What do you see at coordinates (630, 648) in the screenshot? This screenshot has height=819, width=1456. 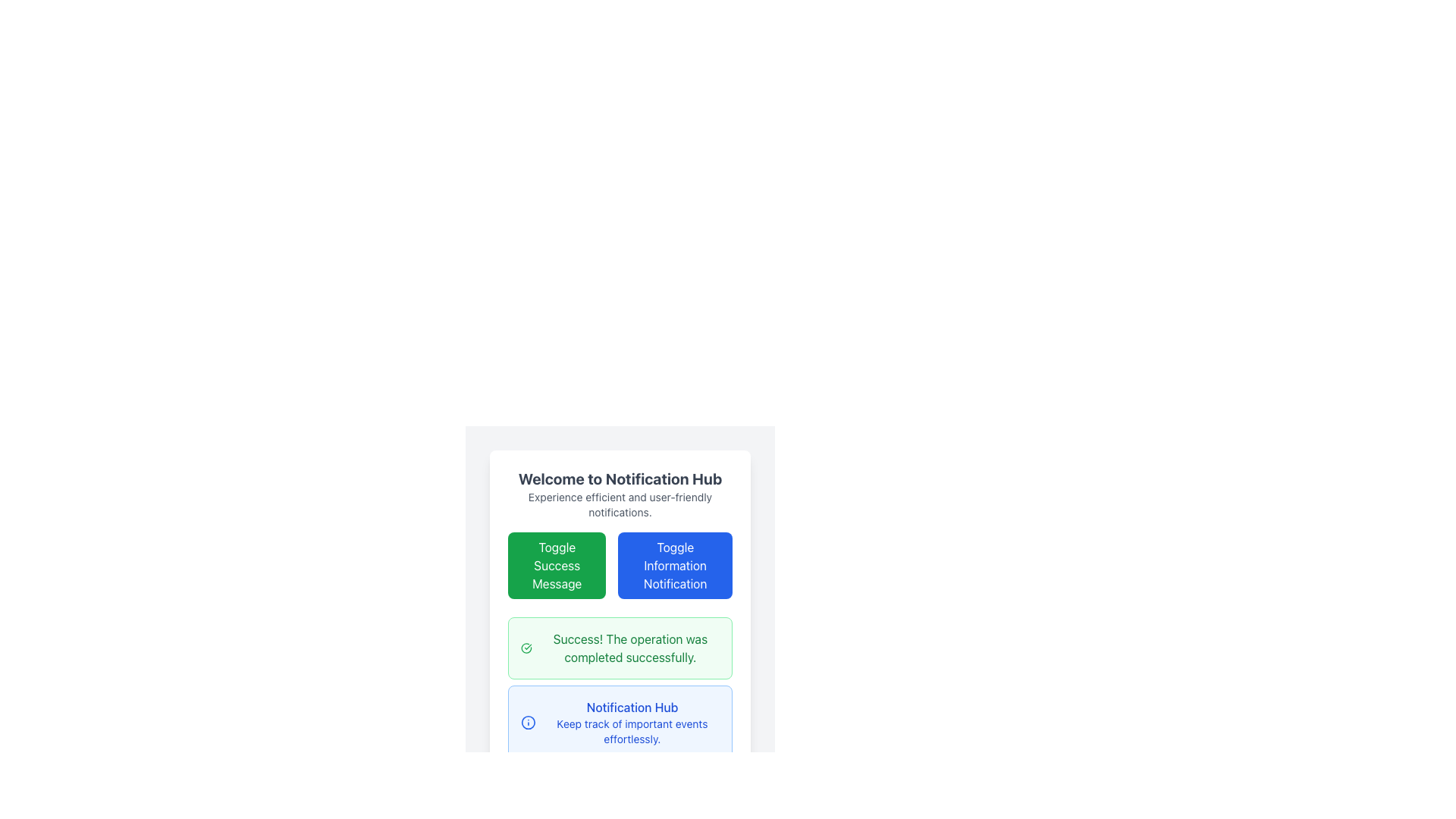 I see `the feedback displayed in the central text of the notification box indicating successful completion of an operation` at bounding box center [630, 648].